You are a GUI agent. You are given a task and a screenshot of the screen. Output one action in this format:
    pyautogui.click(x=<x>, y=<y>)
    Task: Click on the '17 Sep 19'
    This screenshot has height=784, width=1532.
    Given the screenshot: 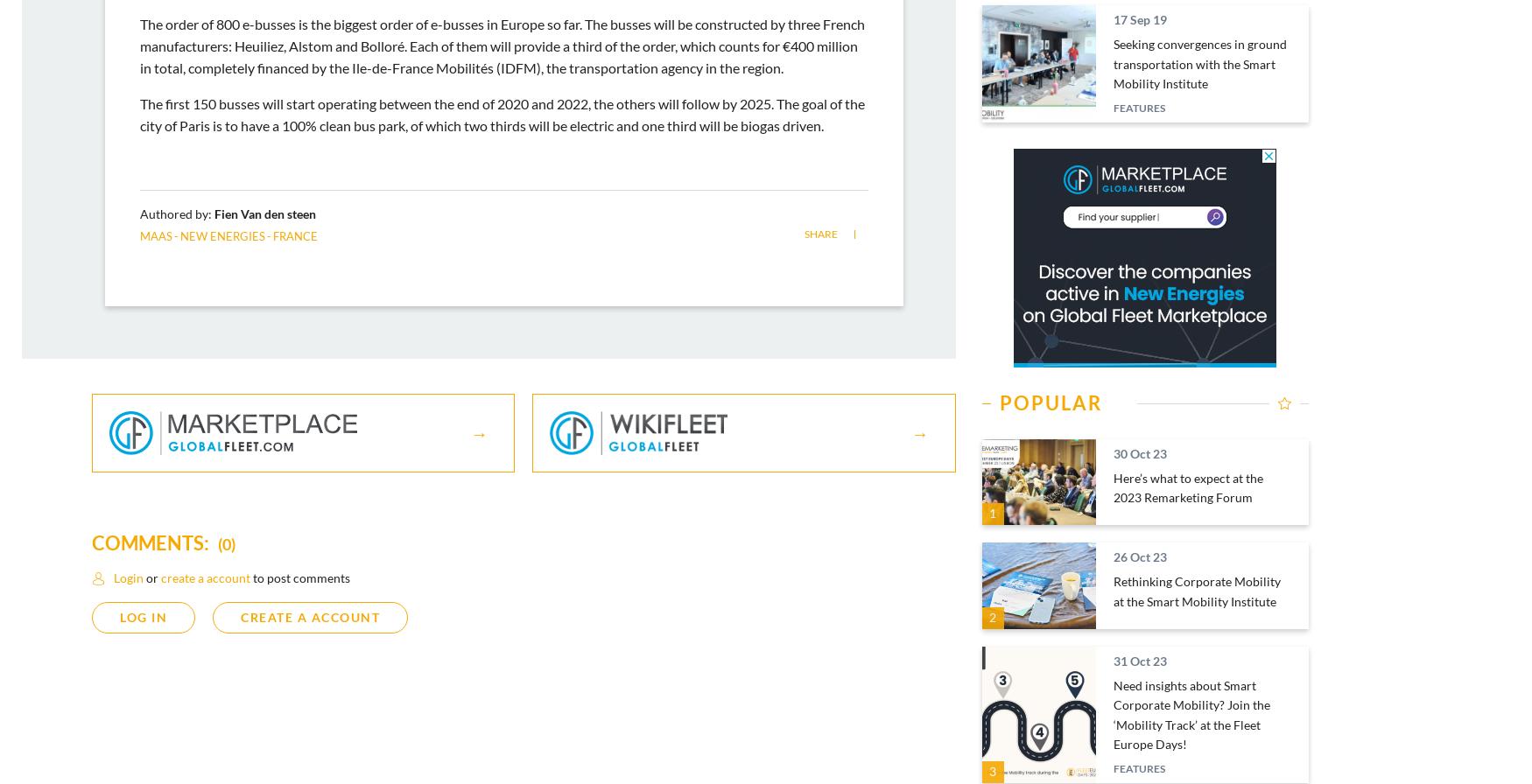 What is the action you would take?
    pyautogui.click(x=1138, y=19)
    